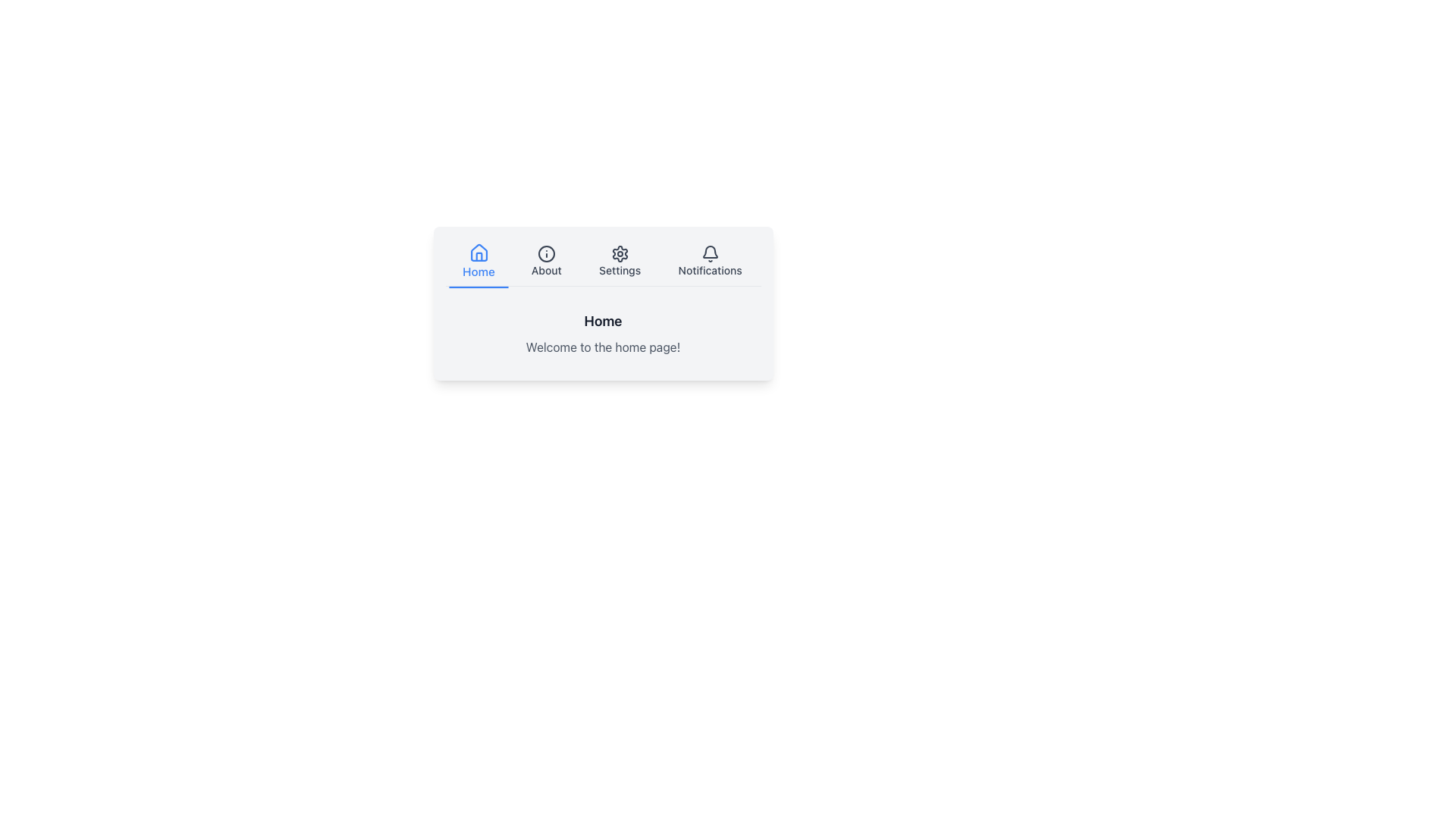 The height and width of the screenshot is (819, 1456). I want to click on the 'About' text label, so click(546, 270).